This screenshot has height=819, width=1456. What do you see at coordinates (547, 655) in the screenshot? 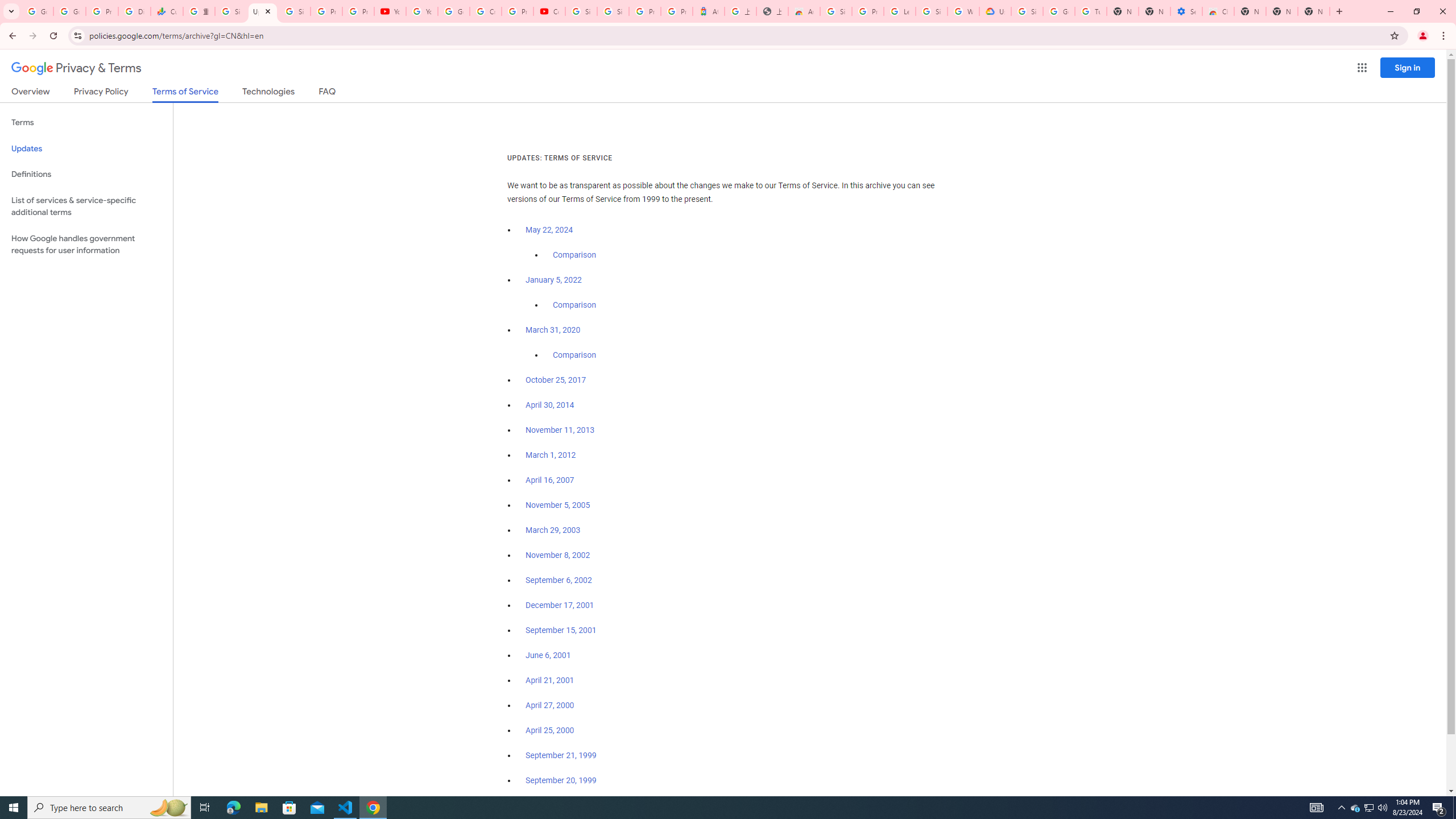
I see `'June 6, 2001'` at bounding box center [547, 655].